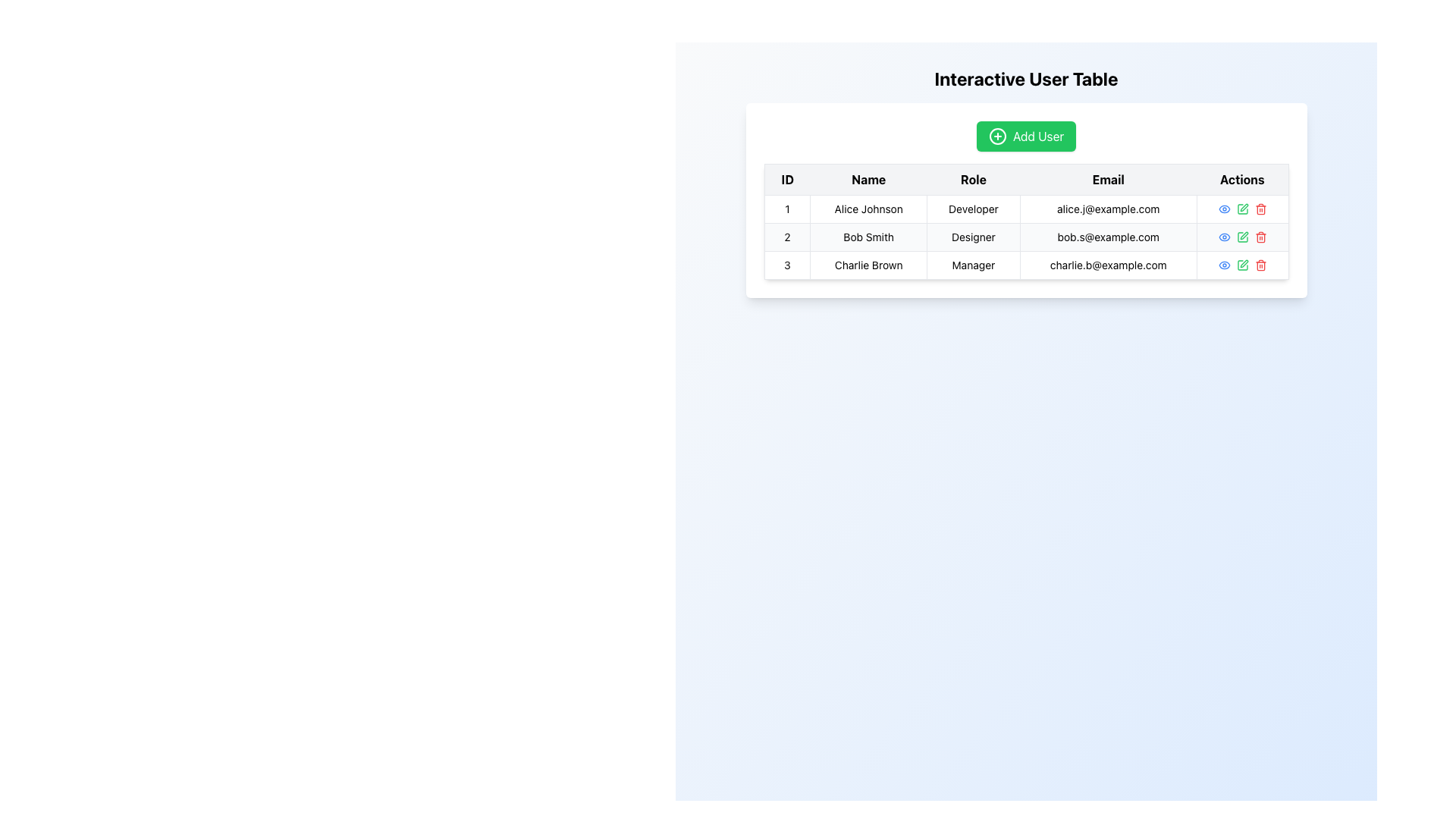 The width and height of the screenshot is (1456, 819). I want to click on the edit action button icon for user 'Bob Smith' located in the Actions column of the second row, so click(1242, 237).